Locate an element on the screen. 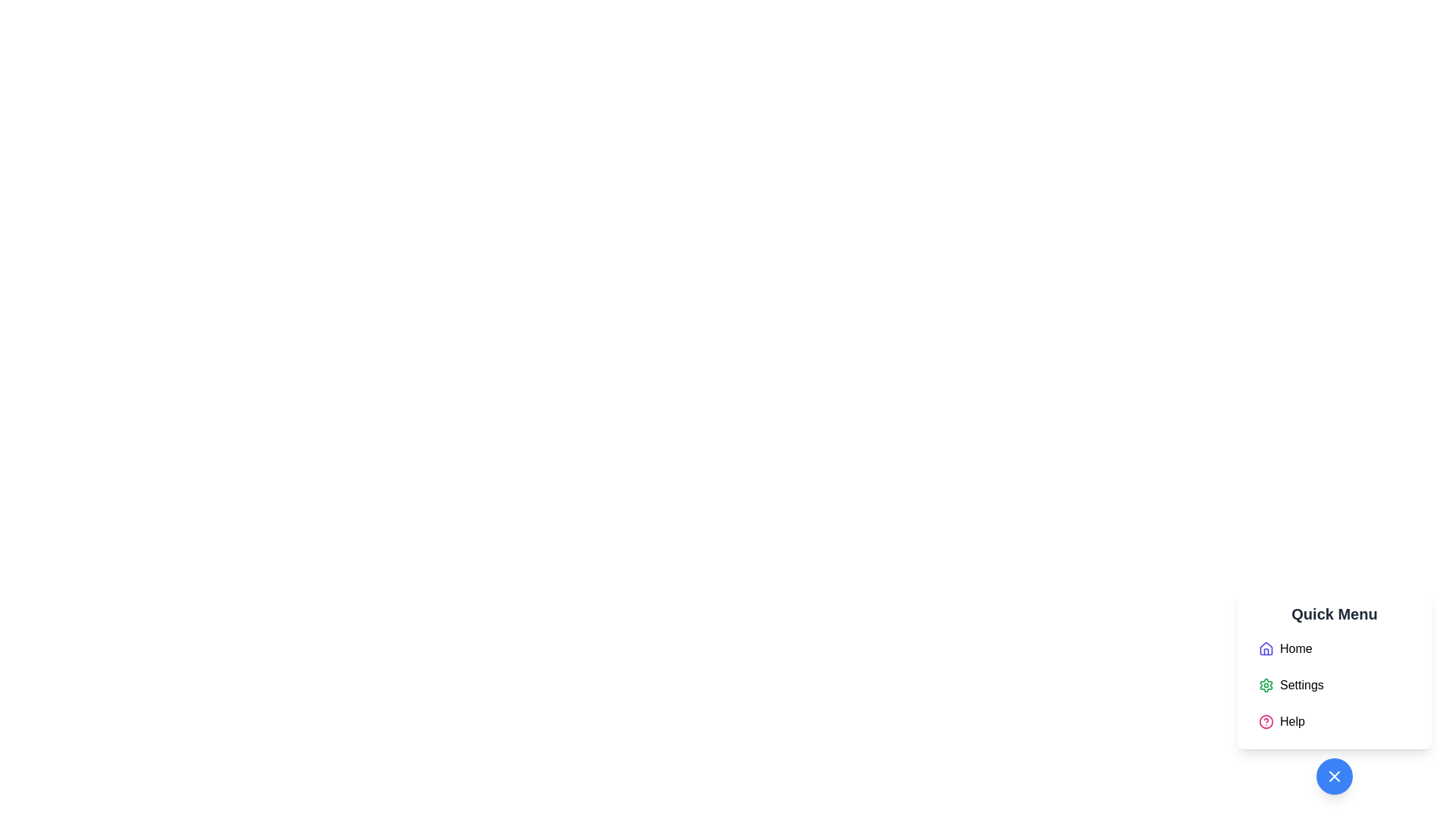  the close button located at the bottom-right corner of the interface, which is a blue circular button used to dismiss the quick menu is located at coordinates (1335, 776).